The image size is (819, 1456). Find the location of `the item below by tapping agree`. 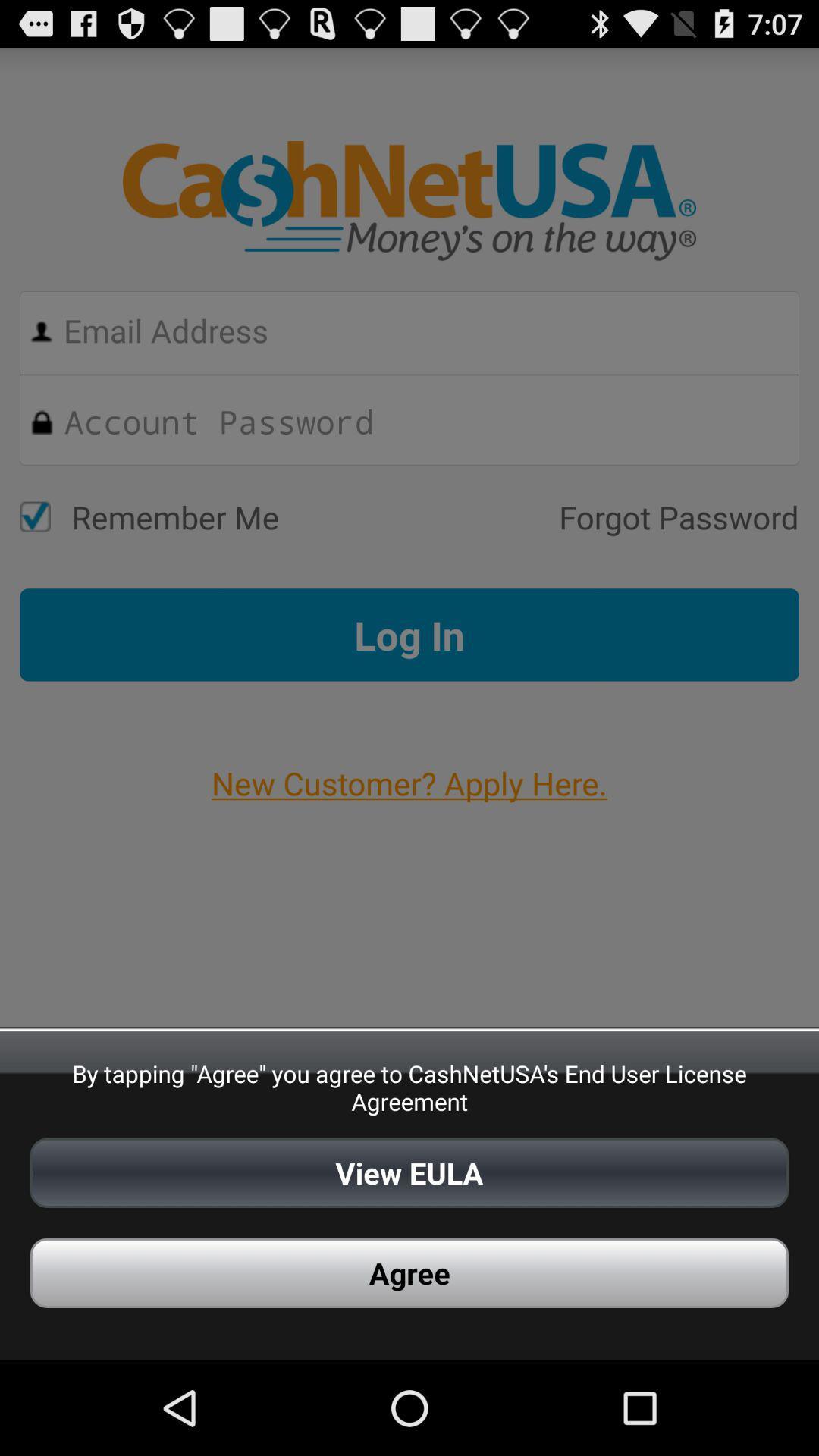

the item below by tapping agree is located at coordinates (409, 1172).